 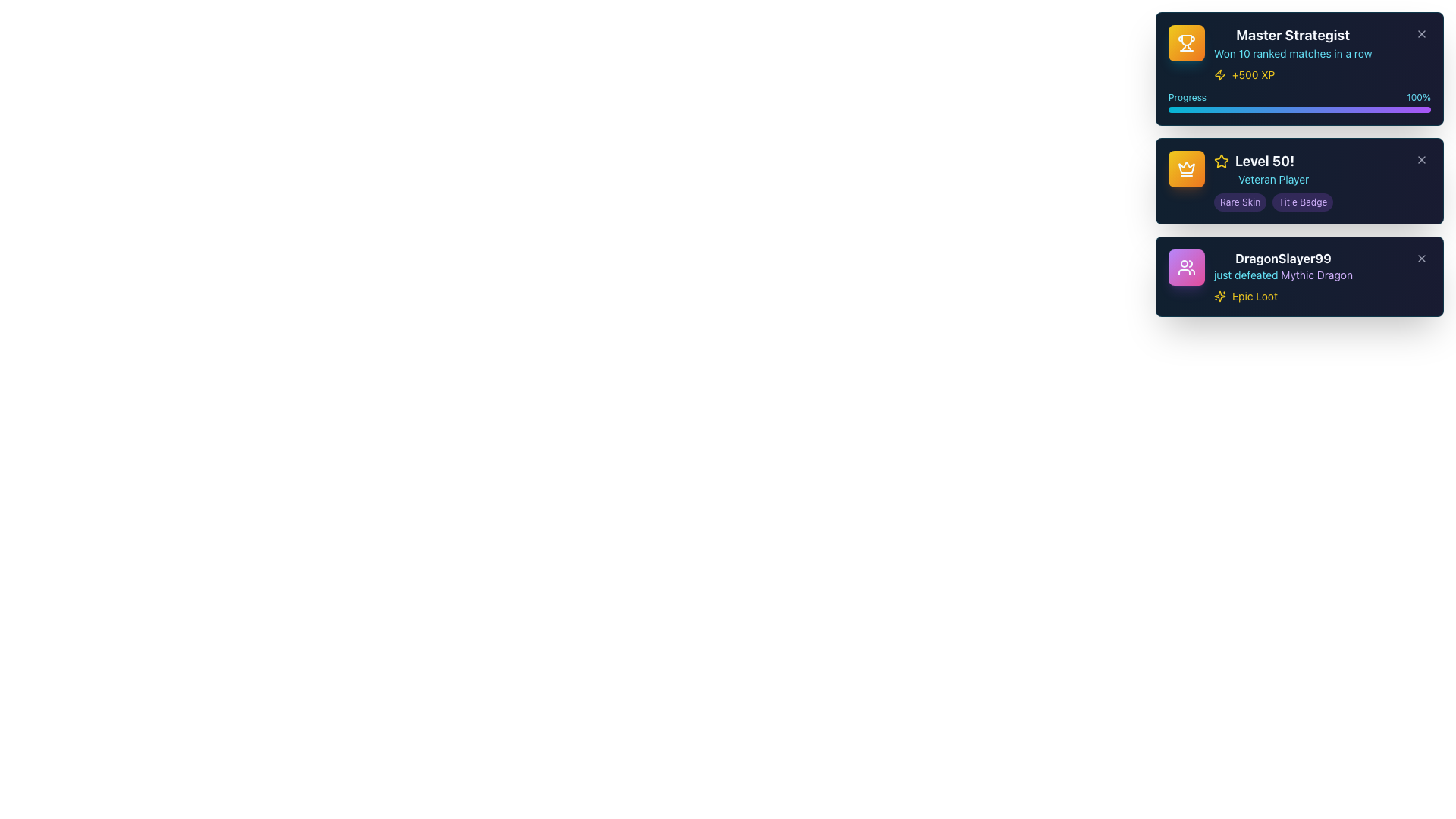 I want to click on the small yellow lightning bolt-shaped icon positioned to the left of the '+500 XP' text label in the top-right corner of the interface, so click(x=1219, y=75).